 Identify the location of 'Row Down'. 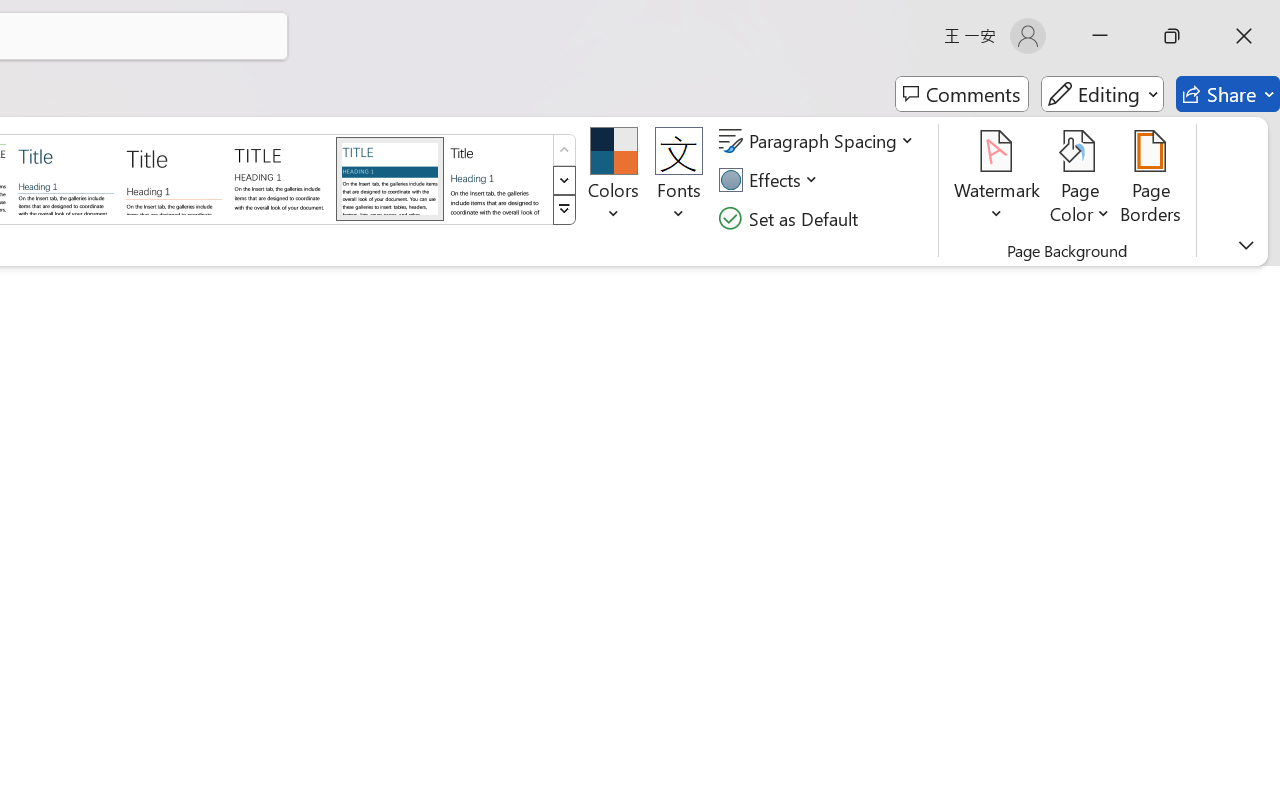
(563, 179).